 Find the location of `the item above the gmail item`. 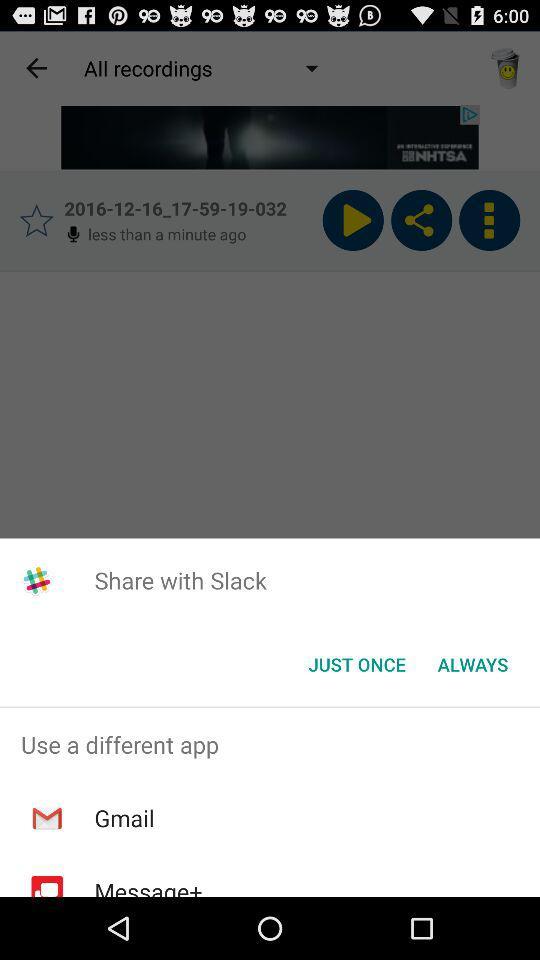

the item above the gmail item is located at coordinates (270, 743).